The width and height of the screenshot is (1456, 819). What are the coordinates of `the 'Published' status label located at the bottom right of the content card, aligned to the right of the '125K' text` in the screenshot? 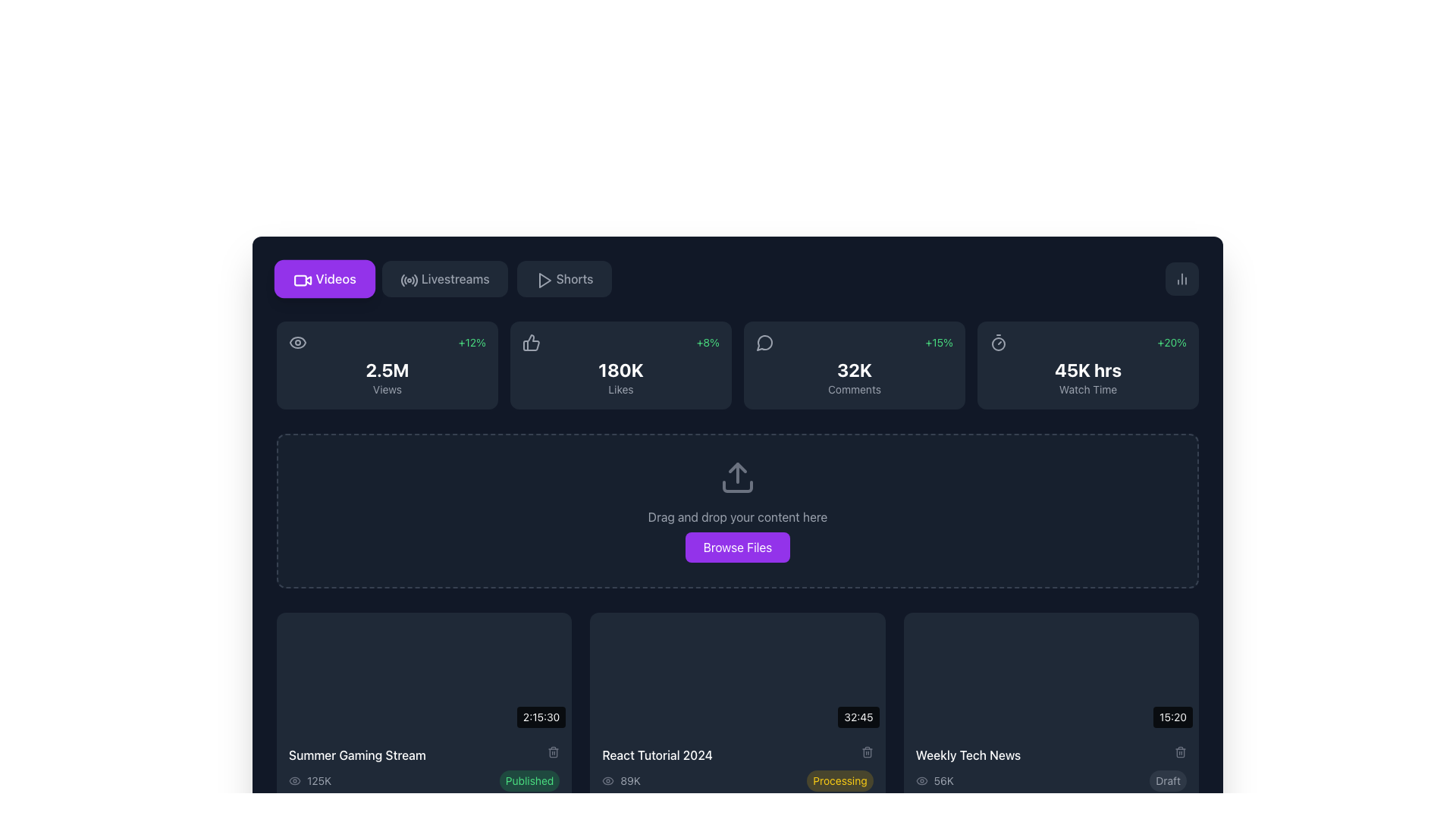 It's located at (529, 780).